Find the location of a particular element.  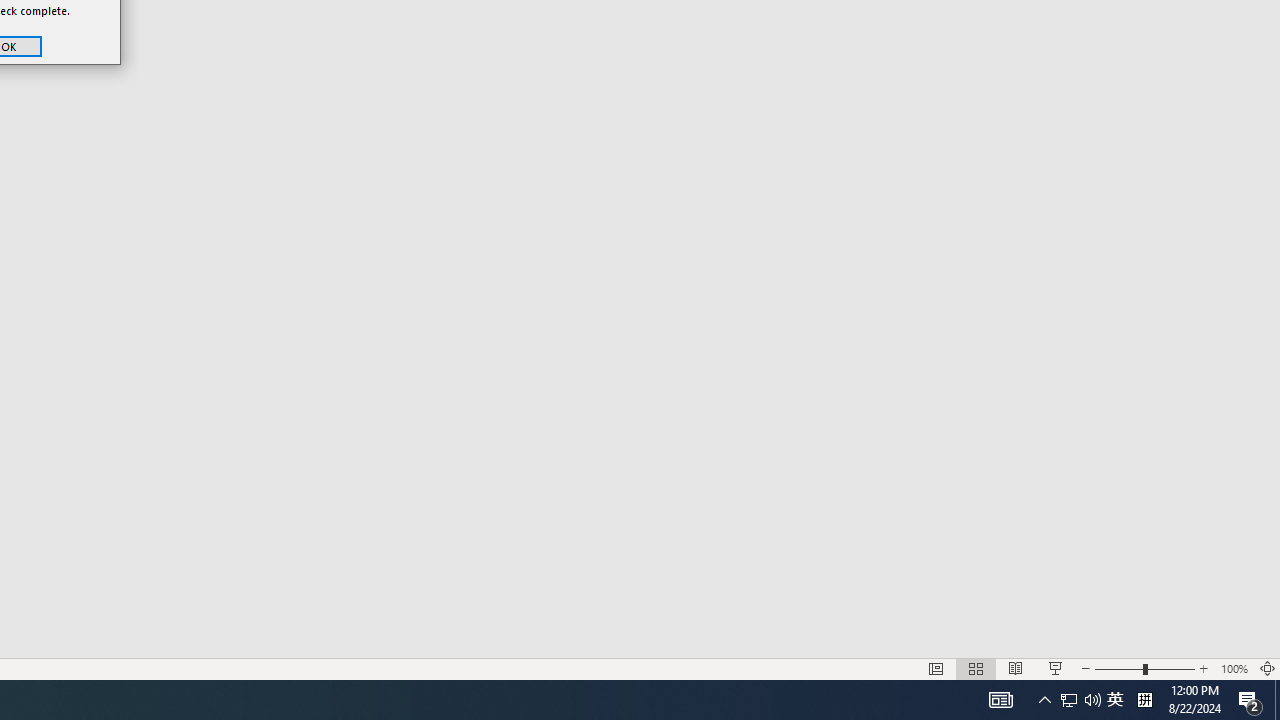

'Zoom 100%' is located at coordinates (1233, 669).